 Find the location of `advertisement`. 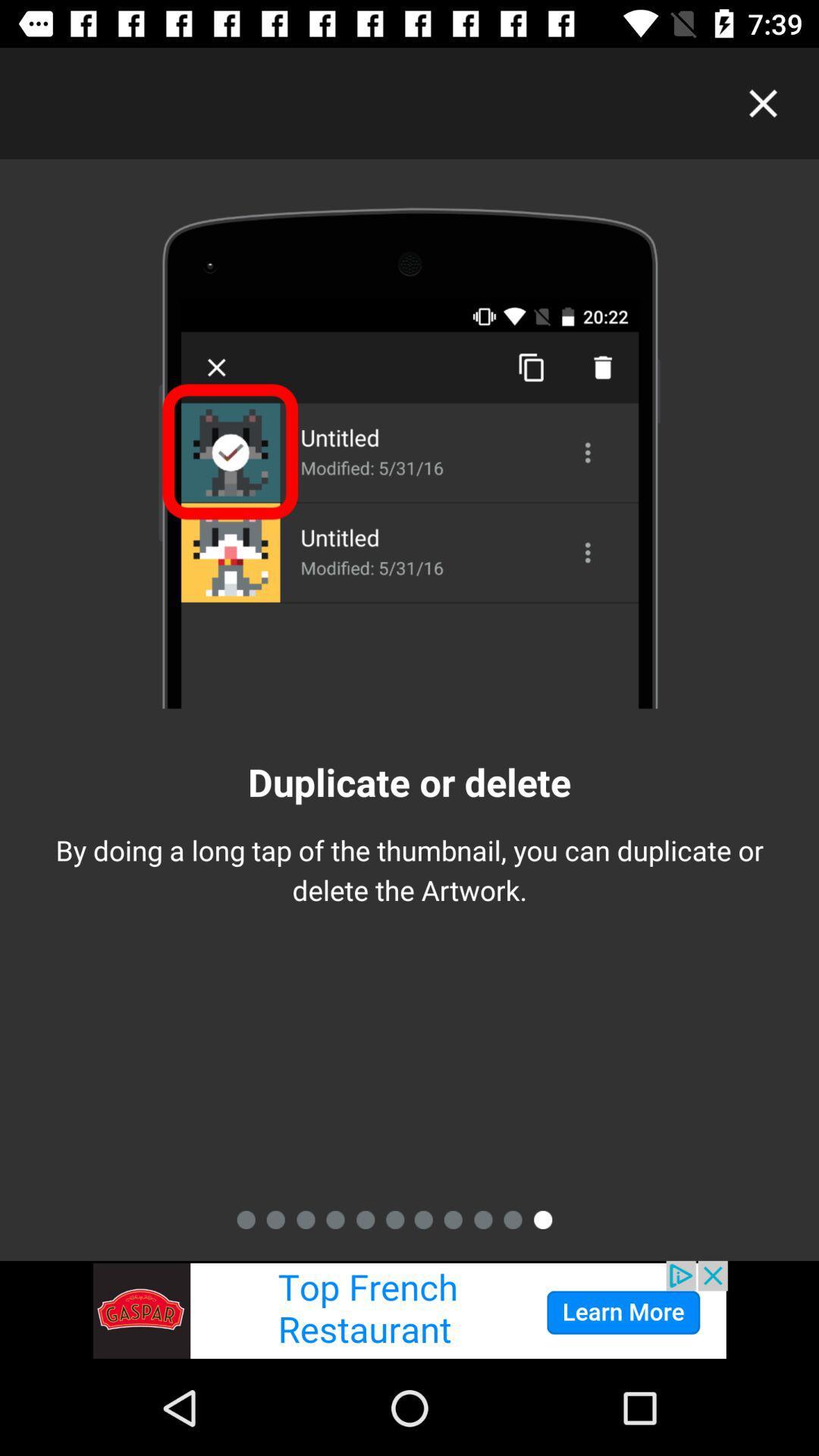

advertisement is located at coordinates (409, 1310).